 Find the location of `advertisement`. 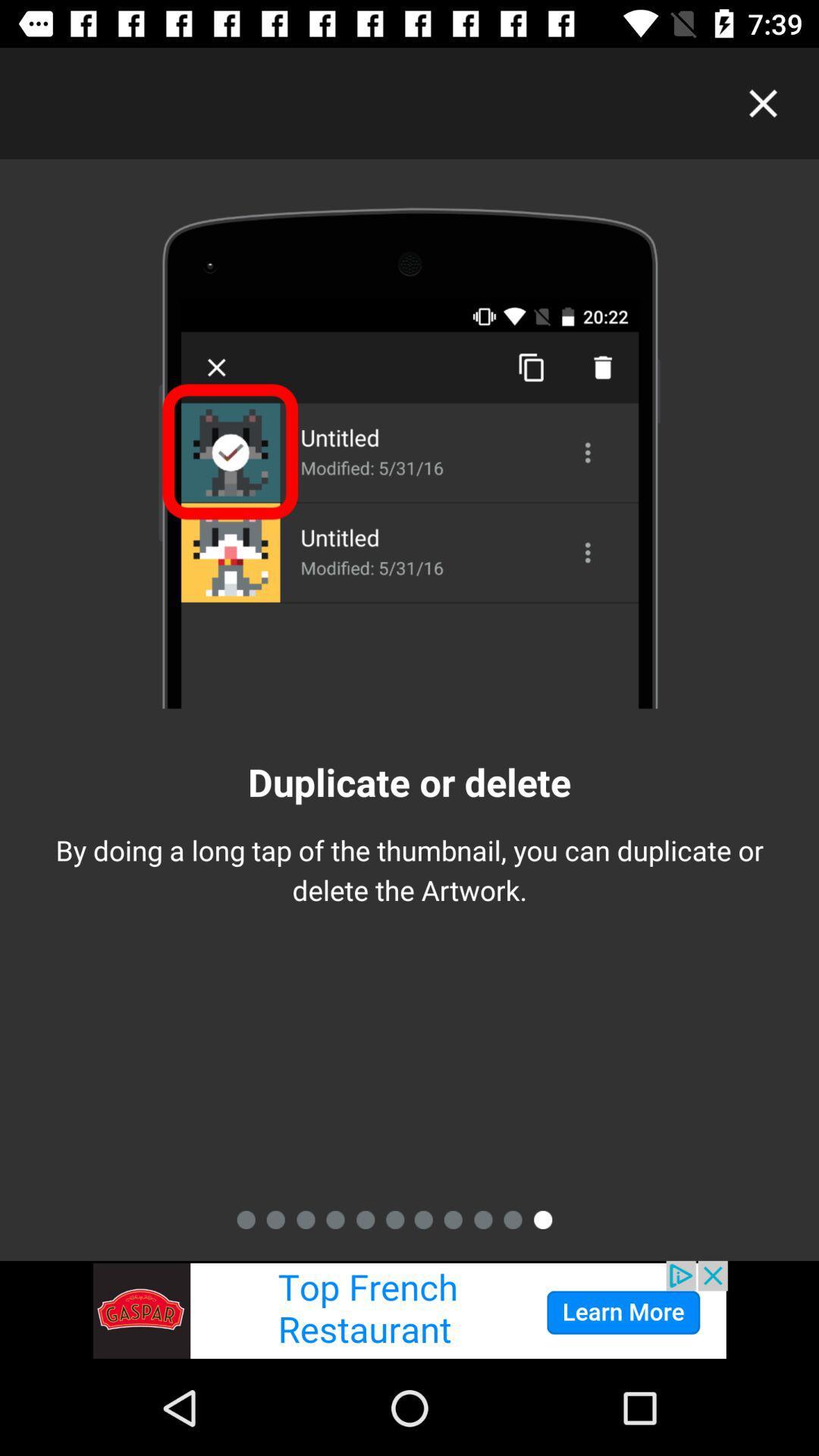

advertisement is located at coordinates (409, 1310).